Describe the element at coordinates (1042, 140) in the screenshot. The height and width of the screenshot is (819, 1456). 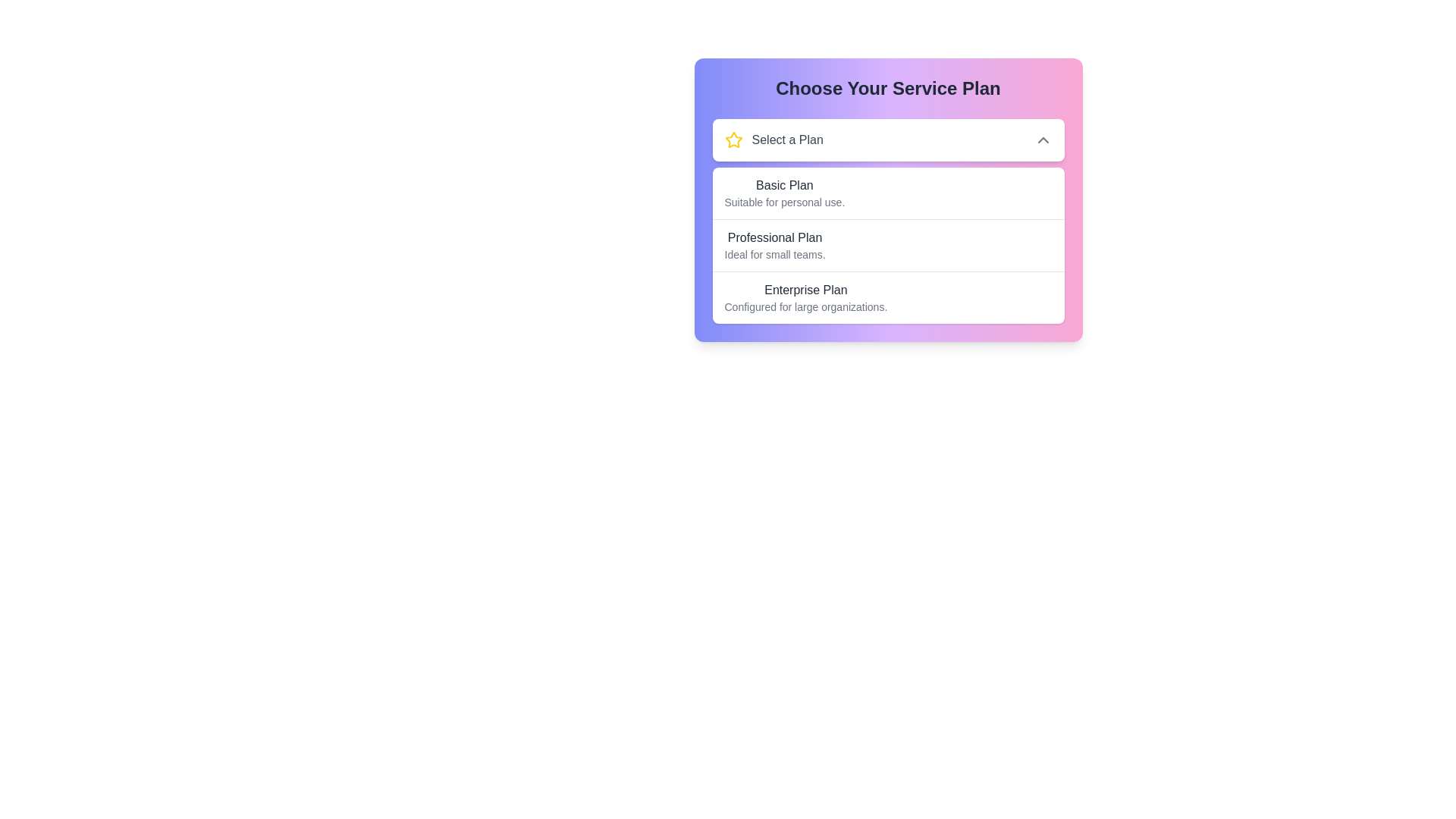
I see `the downward-pointing chevron icon located at the far right of the 'Select a Plan' header area` at that location.